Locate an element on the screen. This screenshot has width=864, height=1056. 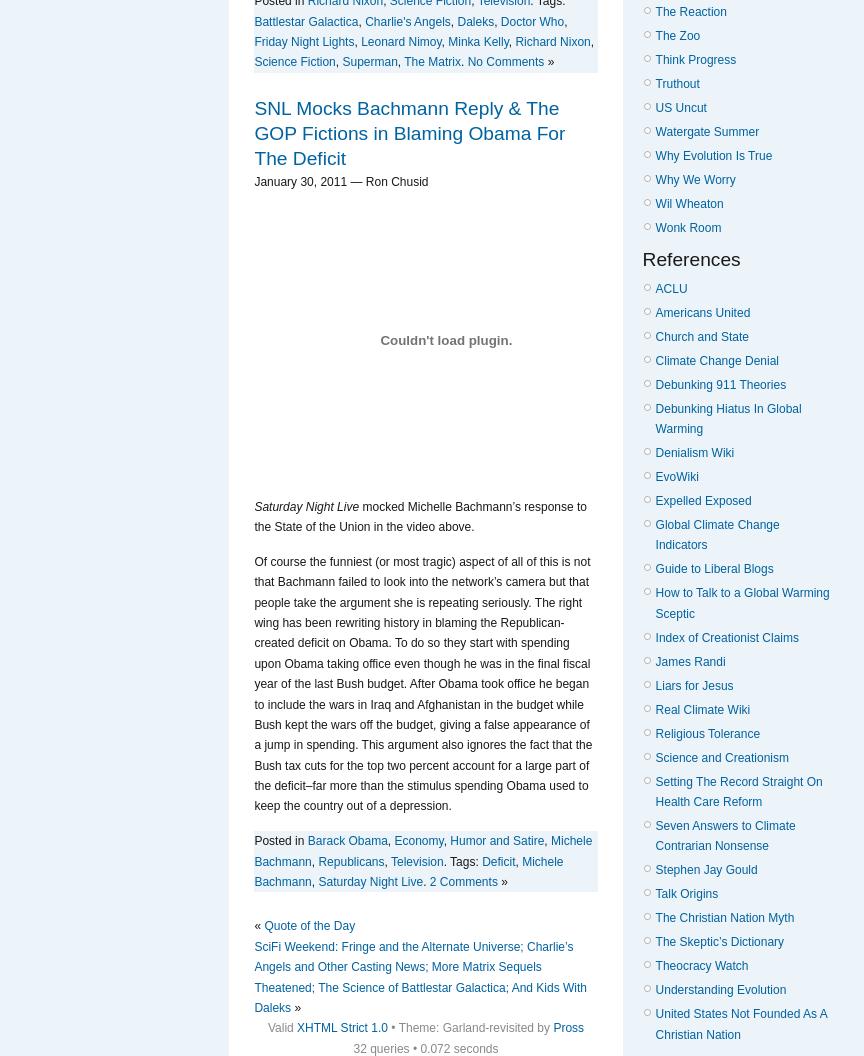
'Daleks' is located at coordinates (475, 21).